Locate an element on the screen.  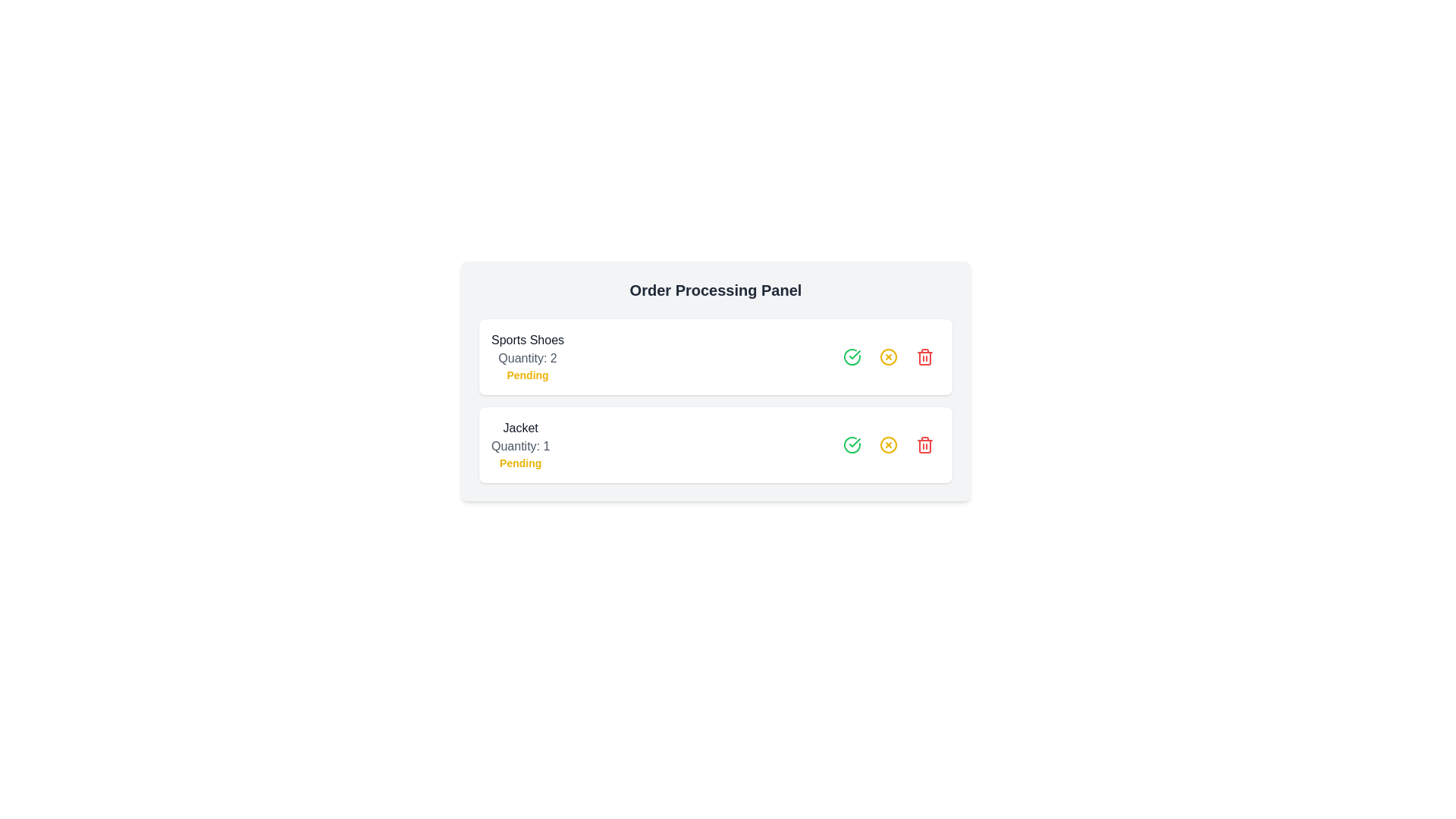
the circular icon with a yellow border and a yellow 'X' mark inside, located at the bottom-right corner of the 'Jacket' card is located at coordinates (888, 444).